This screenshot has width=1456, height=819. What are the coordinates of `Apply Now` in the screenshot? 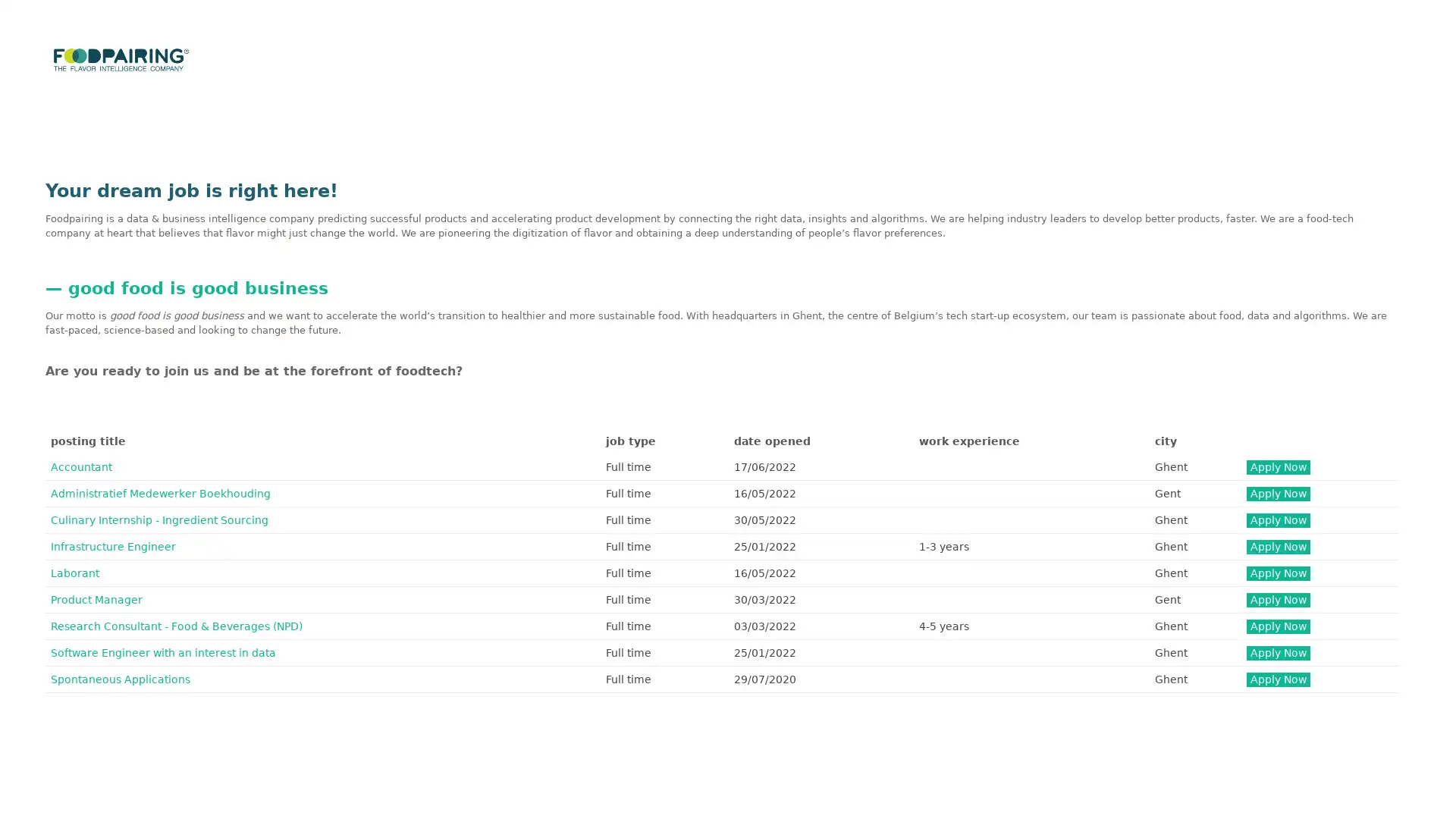 It's located at (1276, 493).